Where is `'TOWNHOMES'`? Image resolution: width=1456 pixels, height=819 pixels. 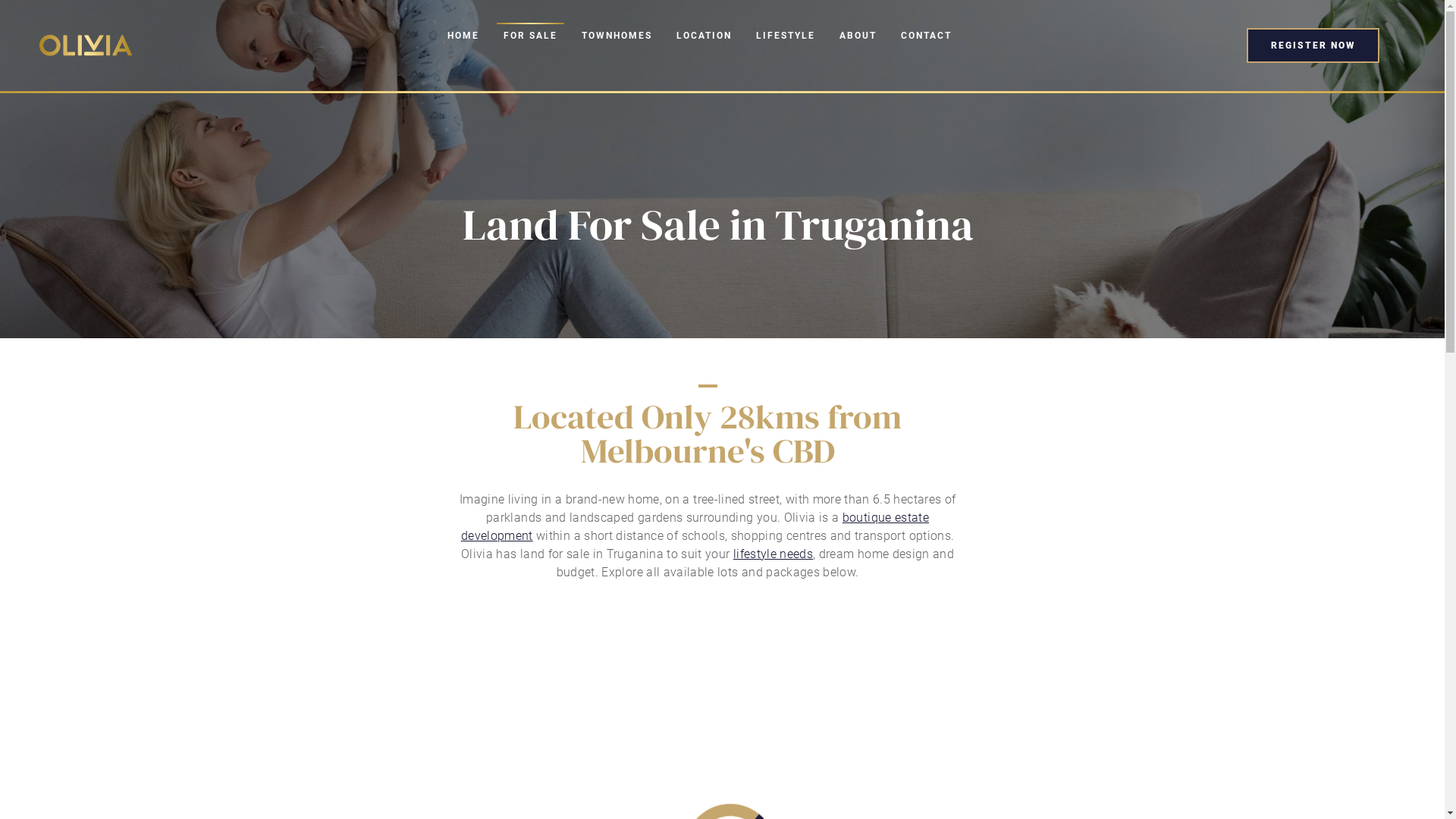 'TOWNHOMES' is located at coordinates (617, 34).